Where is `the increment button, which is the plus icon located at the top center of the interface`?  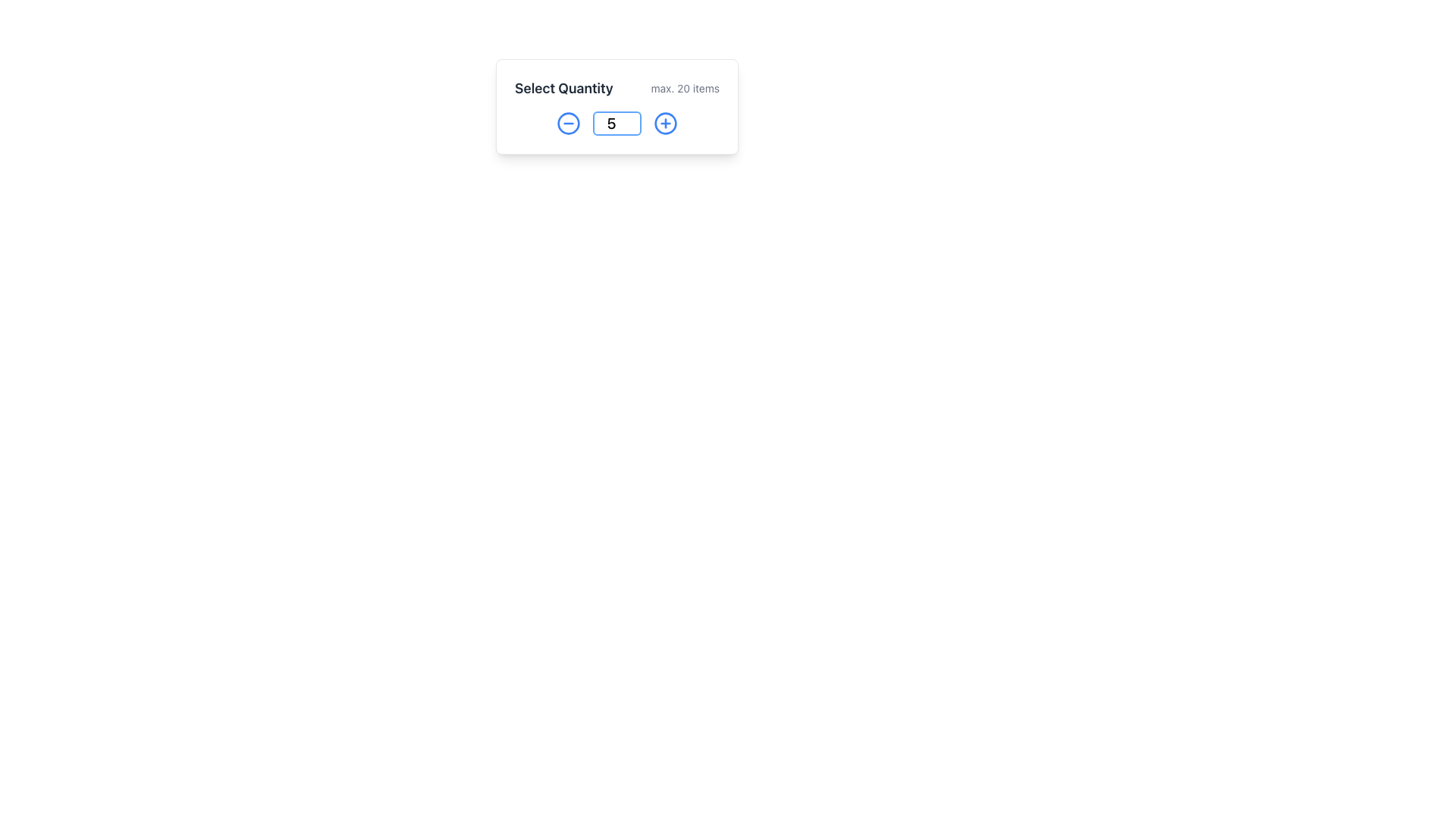 the increment button, which is the plus icon located at the top center of the interface is located at coordinates (666, 122).